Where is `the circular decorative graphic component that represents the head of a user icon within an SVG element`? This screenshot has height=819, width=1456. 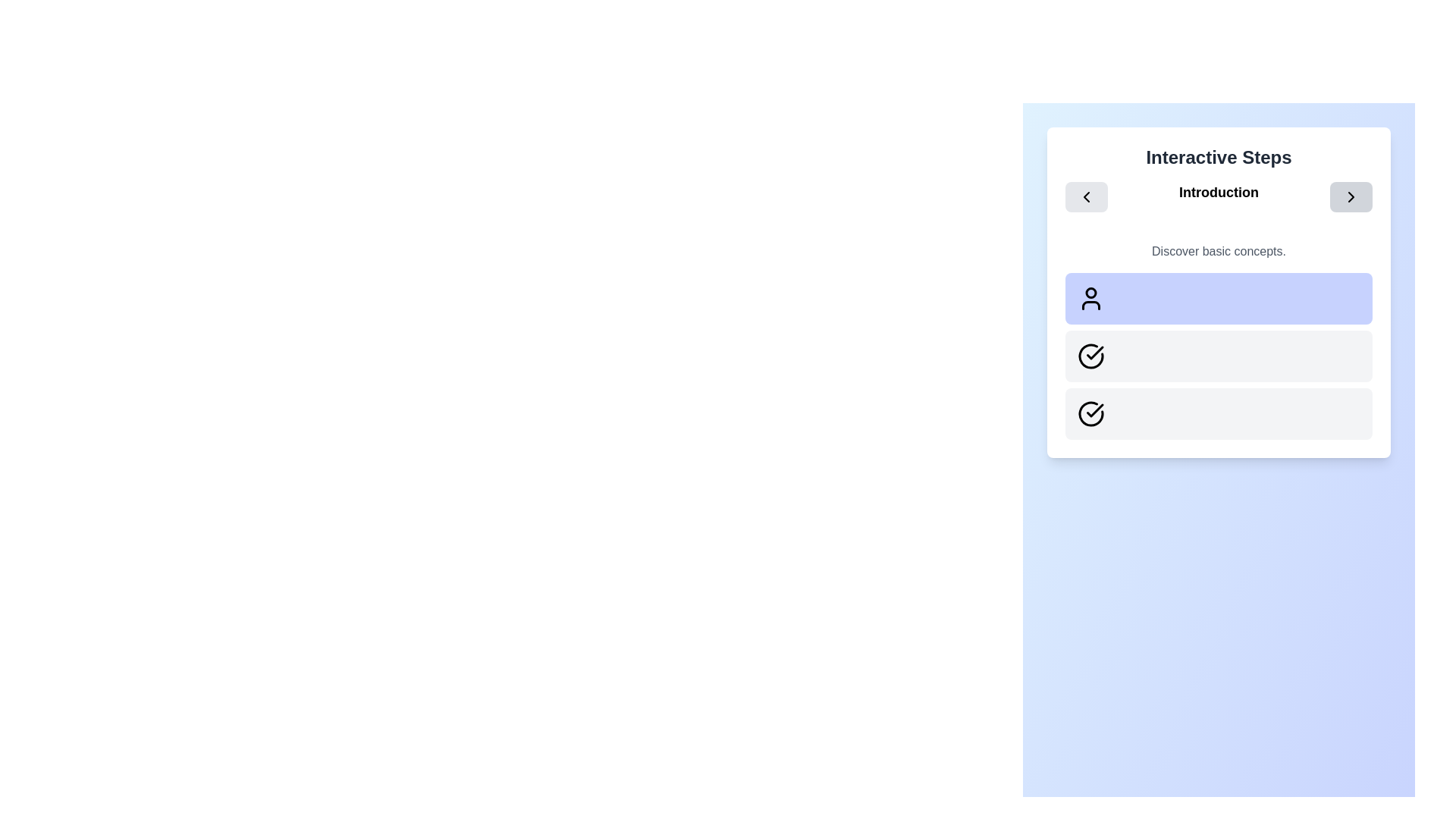 the circular decorative graphic component that represents the head of a user icon within an SVG element is located at coordinates (1090, 293).